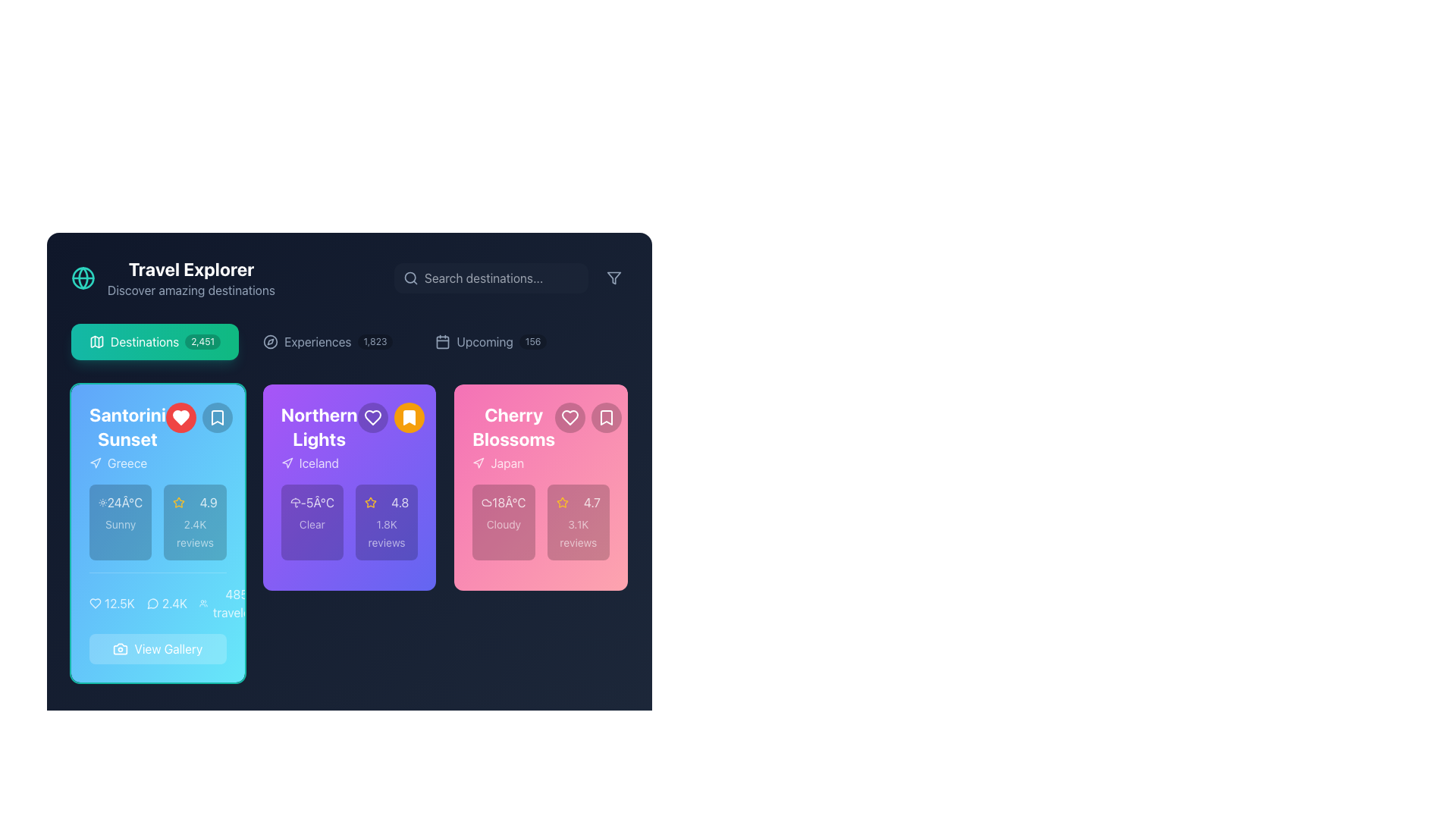 Image resolution: width=1456 pixels, height=819 pixels. What do you see at coordinates (504, 503) in the screenshot?
I see `the temperature label displaying '18°C' next to the cloud icon within the 'Cherry Blossoms' weather card` at bounding box center [504, 503].